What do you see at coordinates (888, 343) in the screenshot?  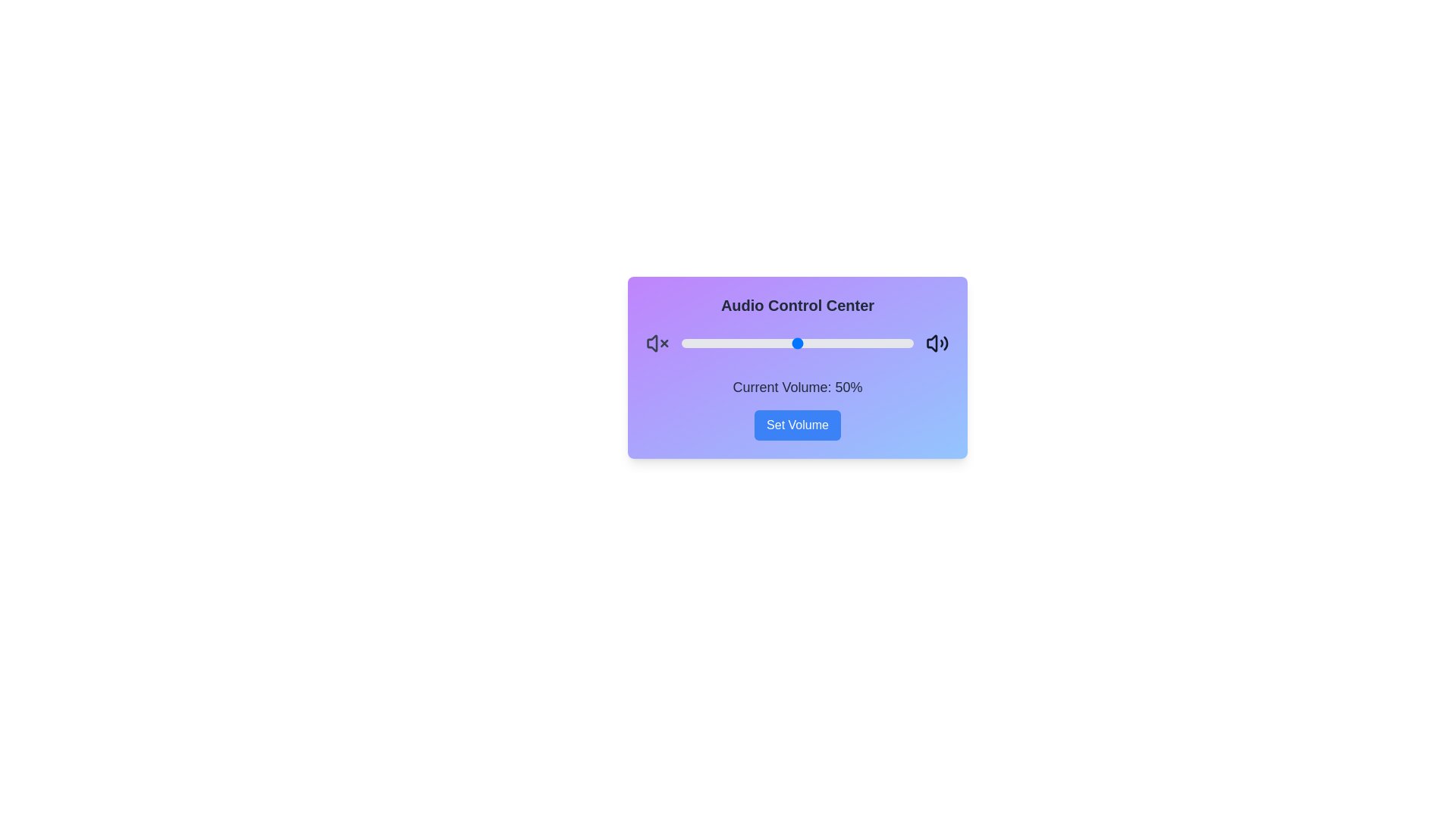 I see `the volume slider to set the volume to 89%` at bounding box center [888, 343].